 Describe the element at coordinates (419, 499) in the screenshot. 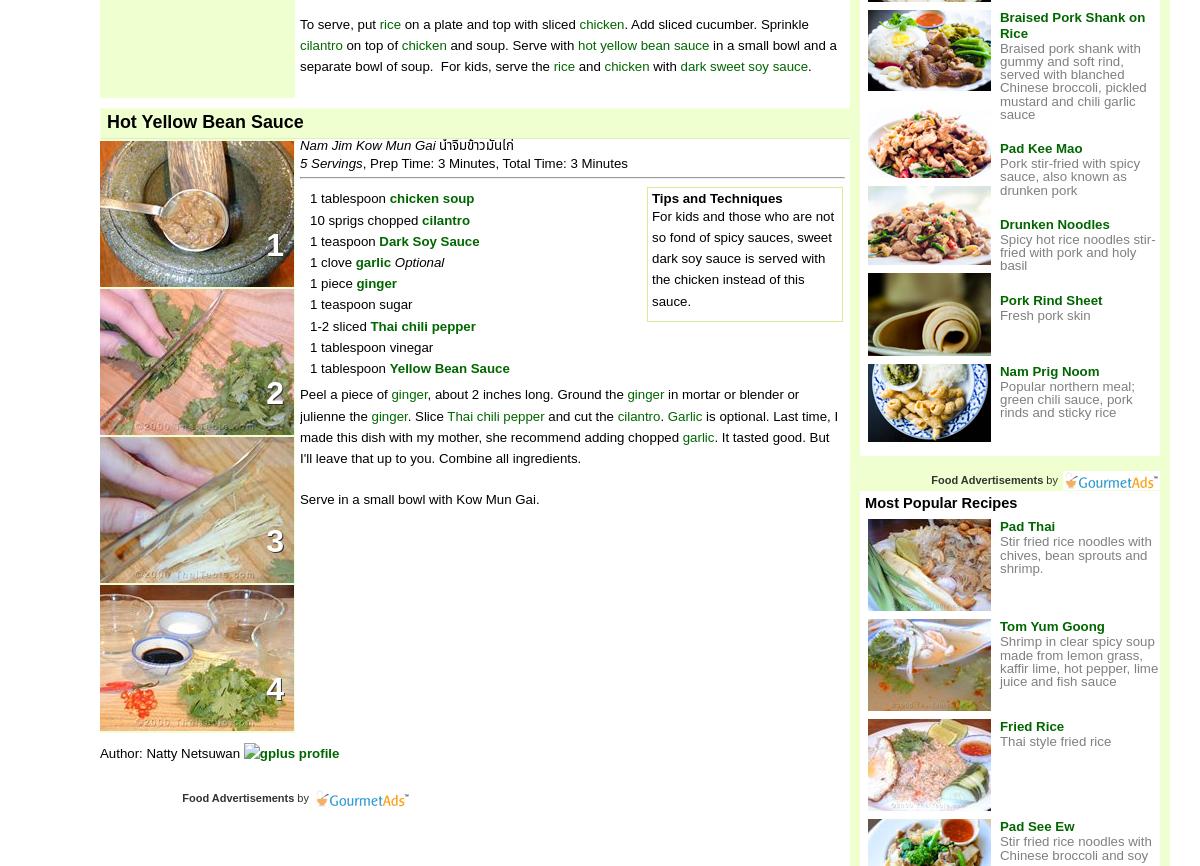

I see `'Serve in a small bowl with Kow Mun Gai.'` at that location.